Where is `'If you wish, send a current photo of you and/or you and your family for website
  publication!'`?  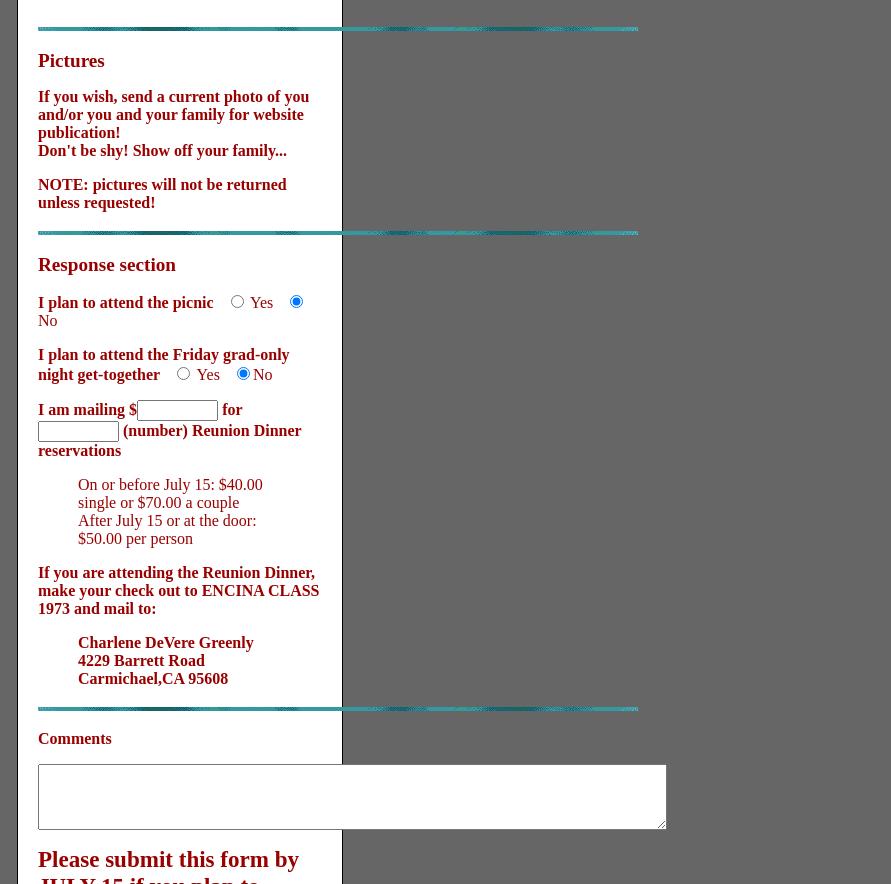
'If you wish, send a current photo of you and/or you and your family for website
  publication!' is located at coordinates (37, 113).